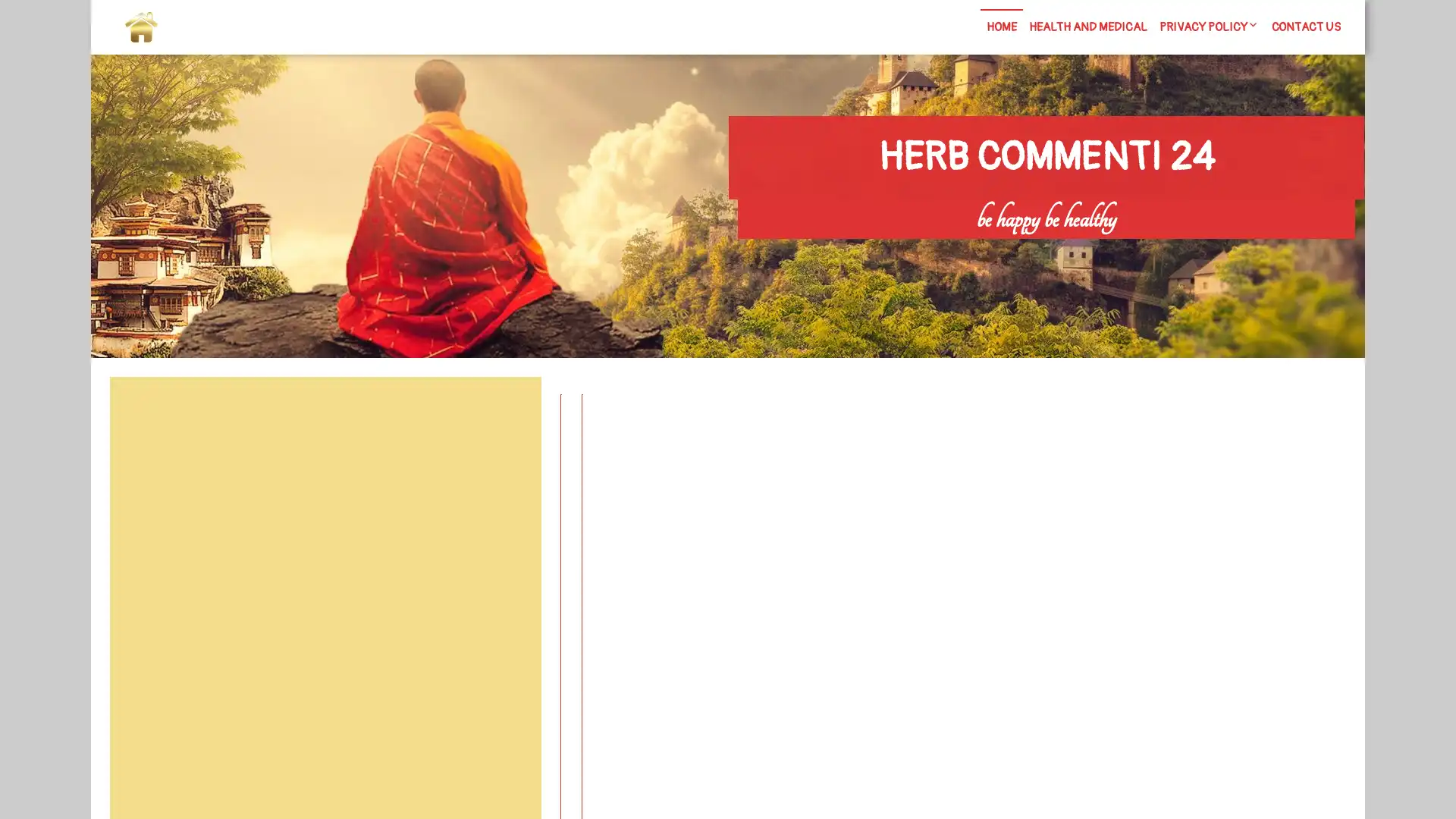 Image resolution: width=1456 pixels, height=819 pixels. What do you see at coordinates (506, 413) in the screenshot?
I see `Search` at bounding box center [506, 413].